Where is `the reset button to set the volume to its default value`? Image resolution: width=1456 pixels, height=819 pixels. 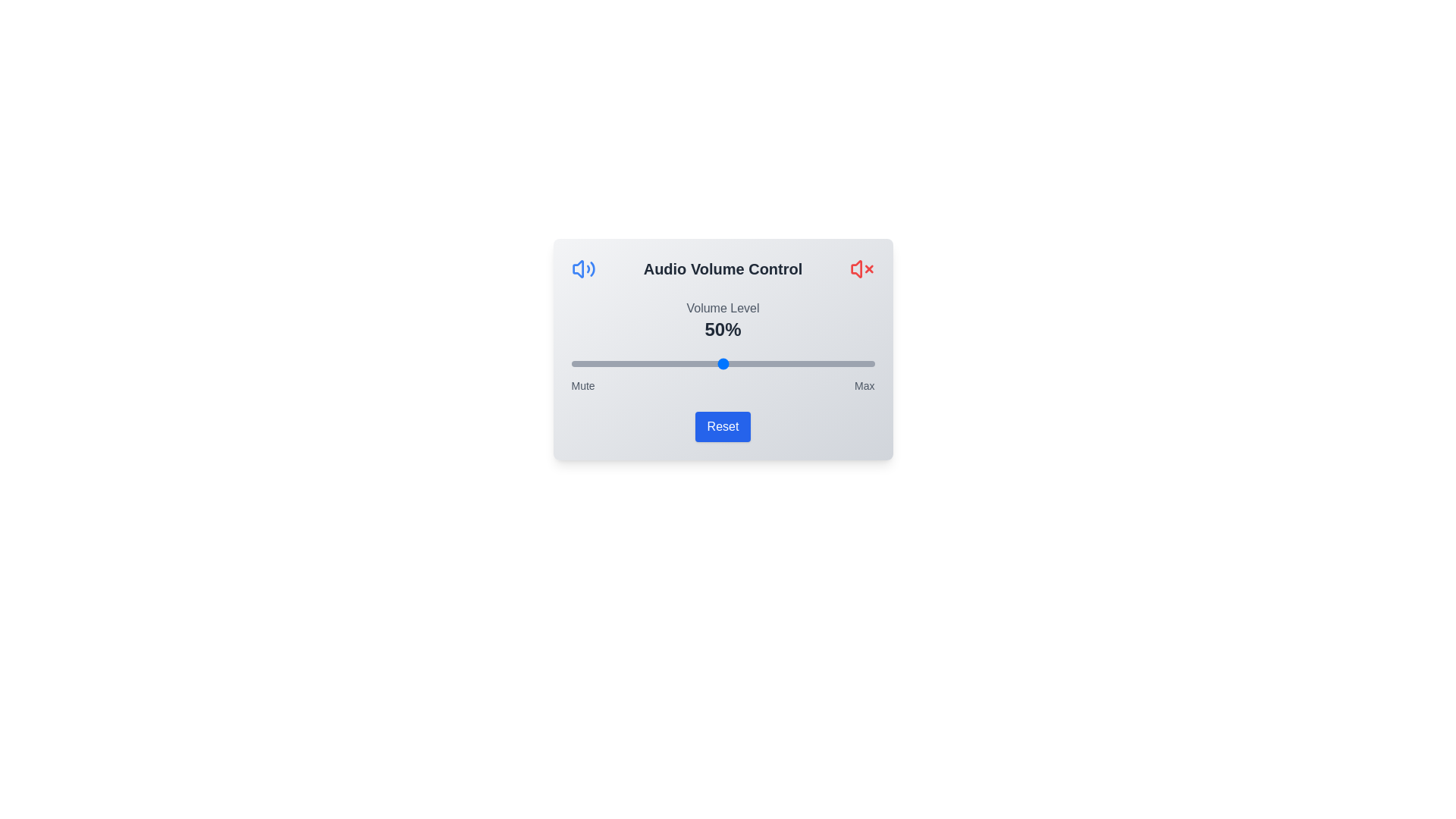 the reset button to set the volume to its default value is located at coordinates (722, 427).